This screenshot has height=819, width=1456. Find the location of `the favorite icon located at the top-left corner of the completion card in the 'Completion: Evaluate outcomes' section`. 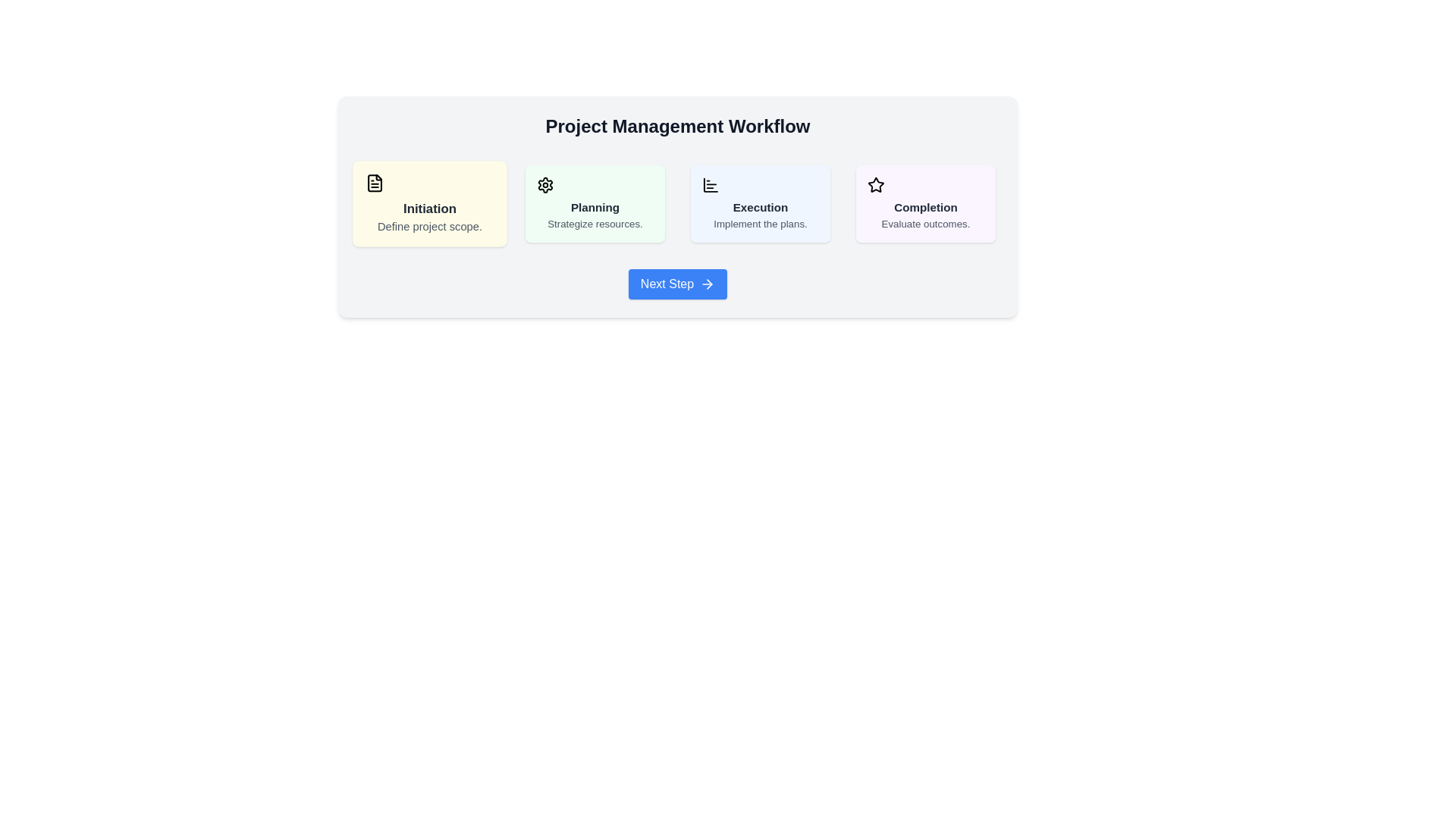

the favorite icon located at the top-left corner of the completion card in the 'Completion: Evaluate outcomes' section is located at coordinates (876, 184).